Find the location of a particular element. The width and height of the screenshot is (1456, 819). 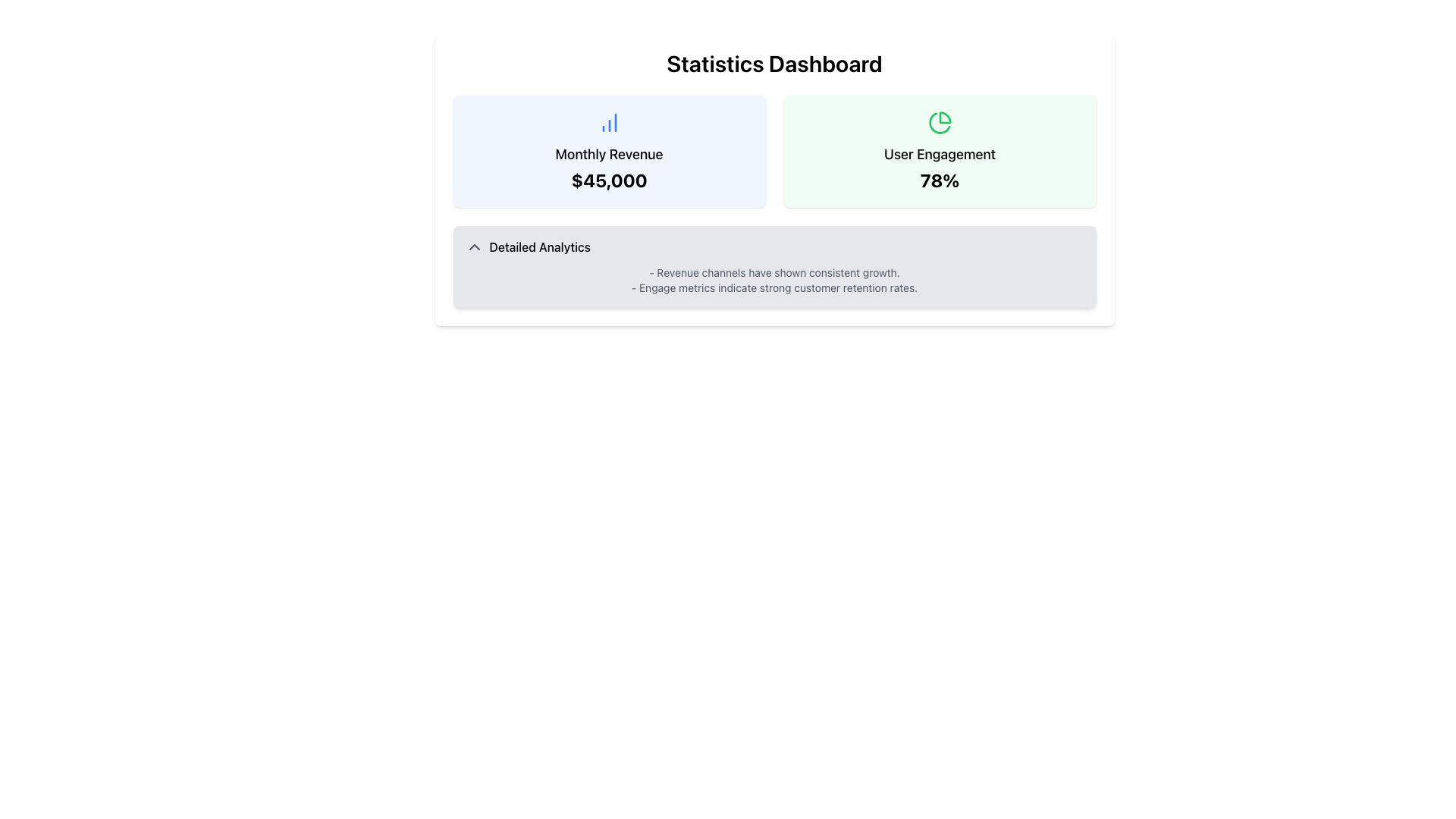

the highlighted segment of the pie chart SVG icon, which represents a fraction of user engagement data, located to the right of the 'Statistics Dashboard' heading and above the 'User Engagement' metric is located at coordinates (944, 117).